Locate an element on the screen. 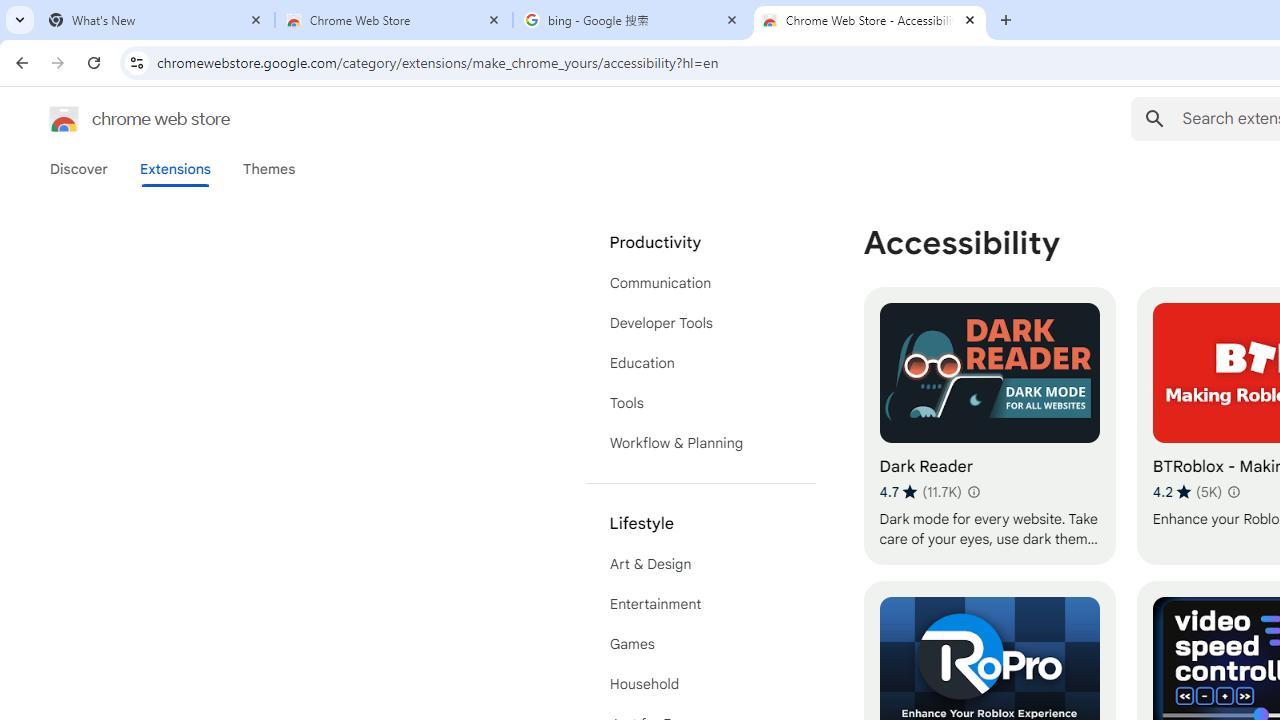 This screenshot has width=1280, height=720. 'Learn more about results and reviews "Dark Reader"' is located at coordinates (972, 492).